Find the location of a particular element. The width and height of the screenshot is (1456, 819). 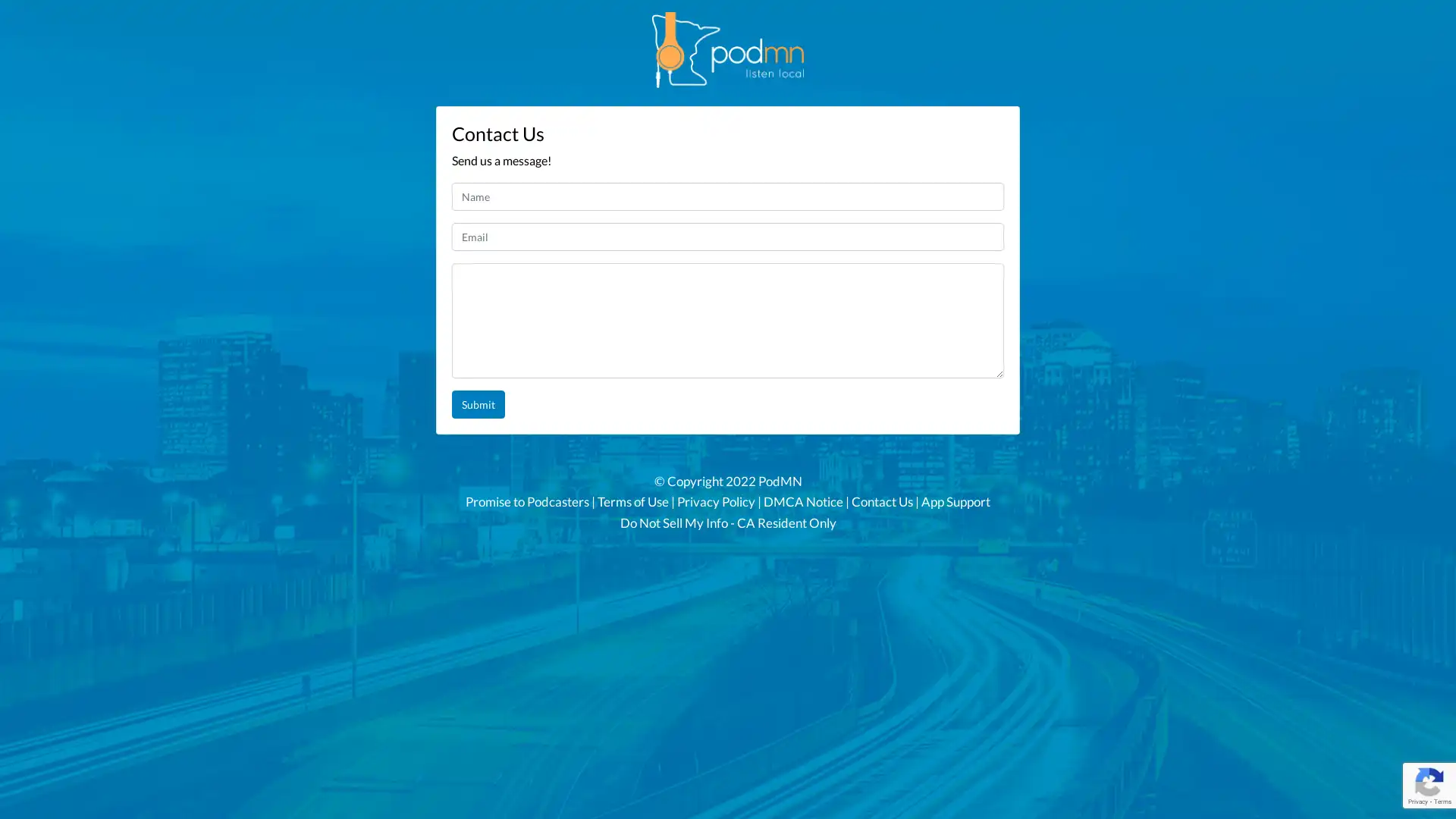

Submit is located at coordinates (477, 403).